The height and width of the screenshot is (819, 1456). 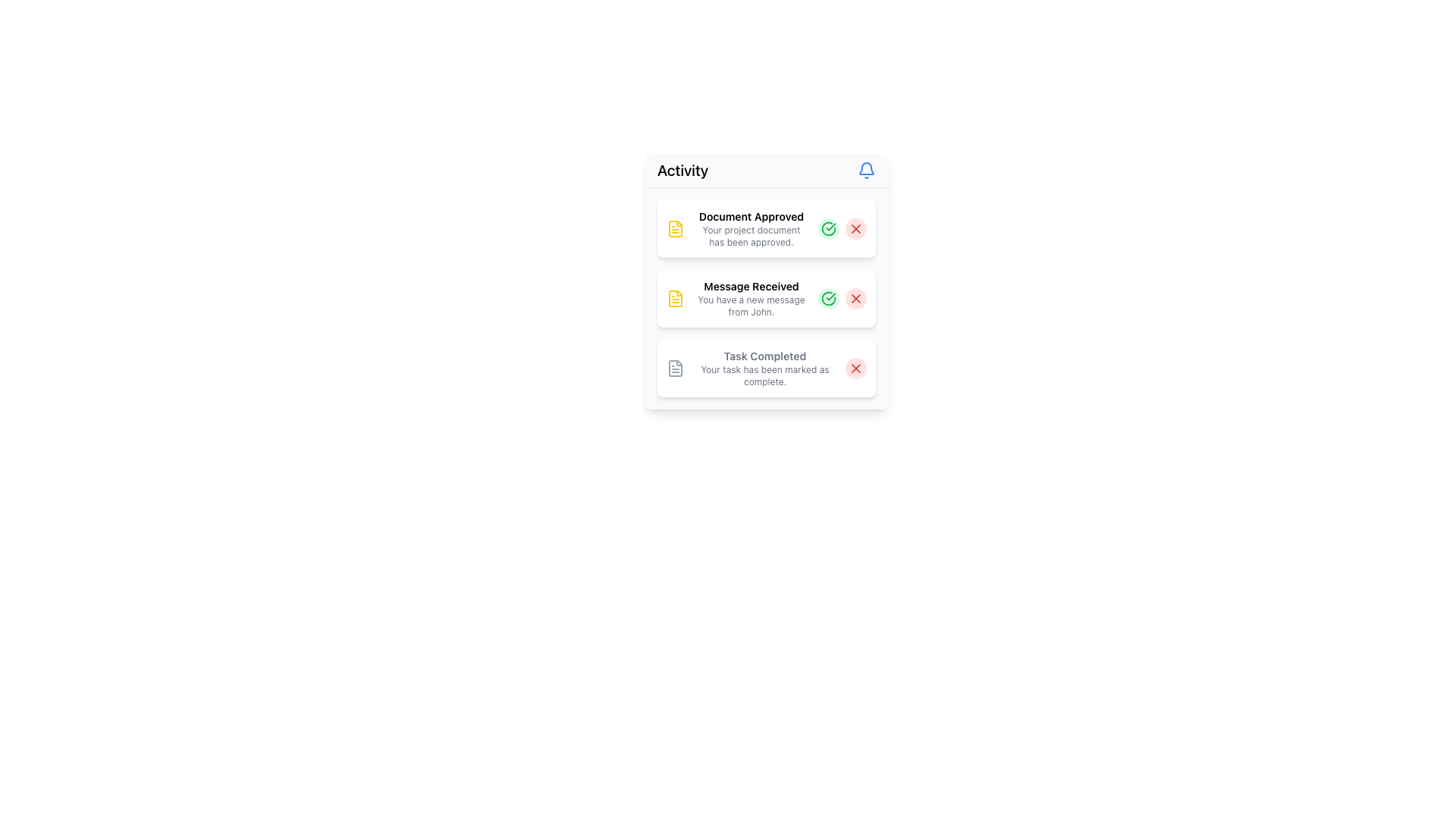 What do you see at coordinates (751, 228) in the screenshot?
I see `the first notification item in the notification panel under the heading 'Activity'` at bounding box center [751, 228].